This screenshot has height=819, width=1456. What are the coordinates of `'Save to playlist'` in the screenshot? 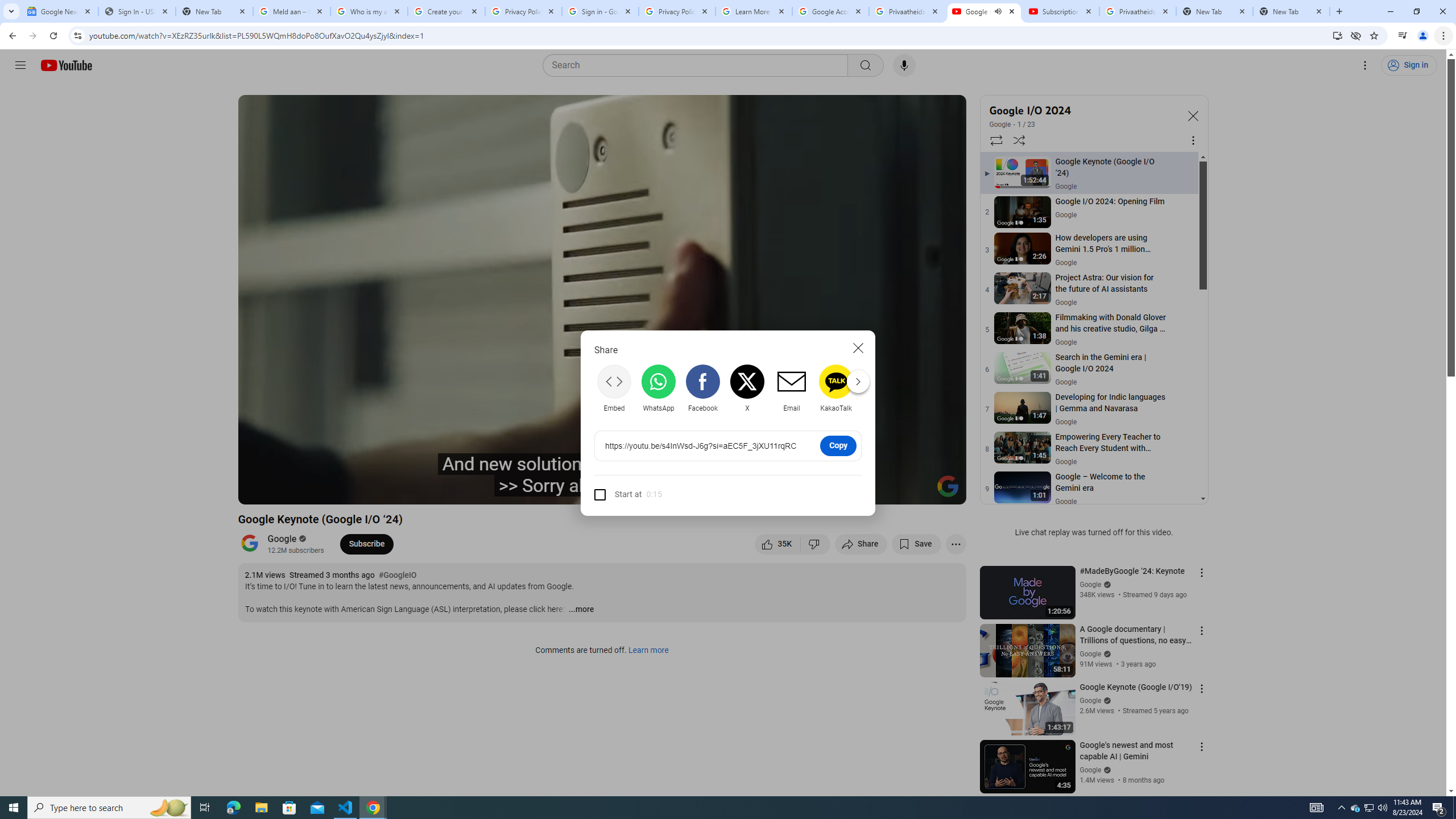 It's located at (916, 543).